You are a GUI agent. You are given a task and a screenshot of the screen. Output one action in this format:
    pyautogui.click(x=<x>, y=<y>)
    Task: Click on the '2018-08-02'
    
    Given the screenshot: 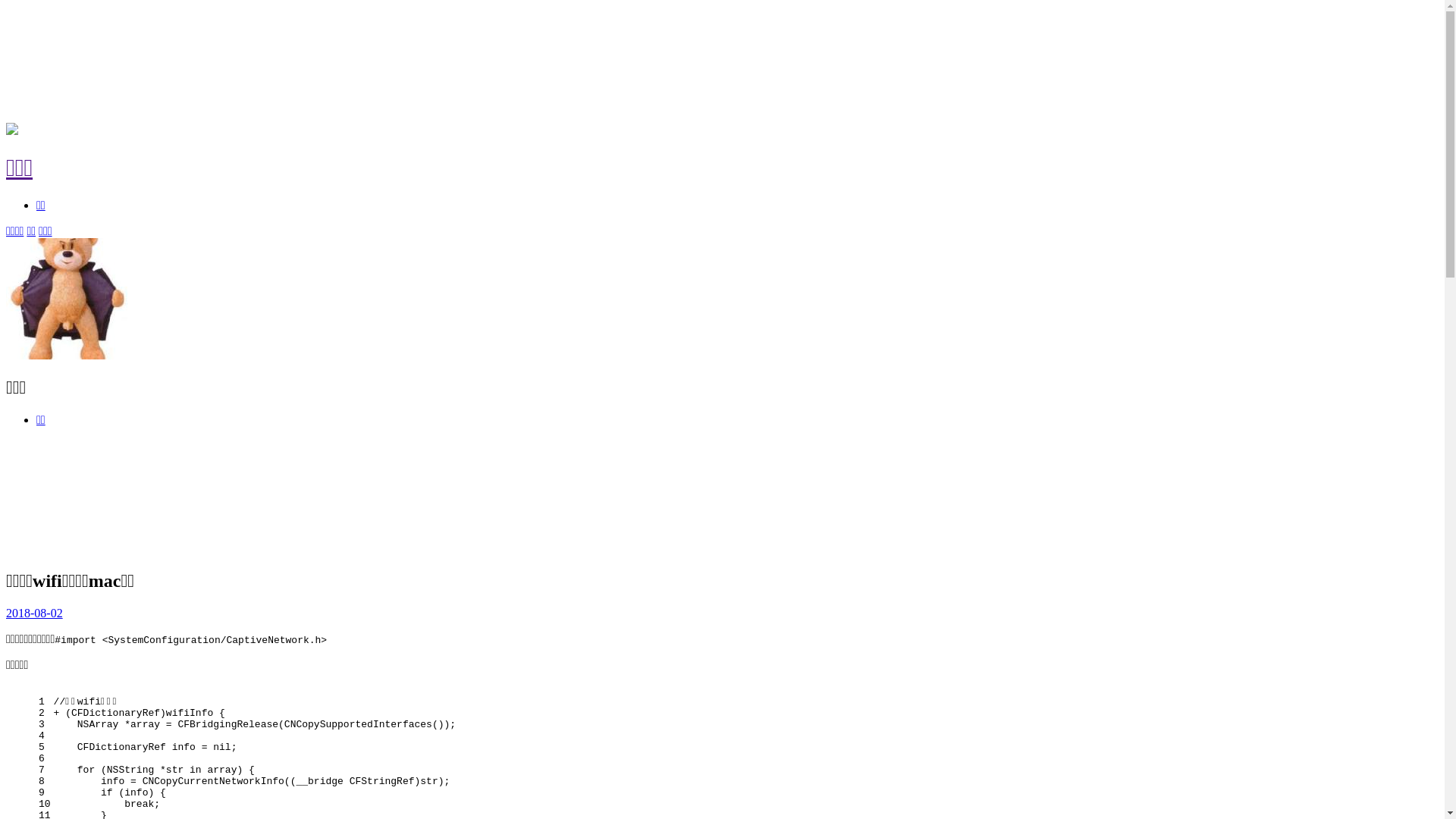 What is the action you would take?
    pyautogui.click(x=6, y=612)
    